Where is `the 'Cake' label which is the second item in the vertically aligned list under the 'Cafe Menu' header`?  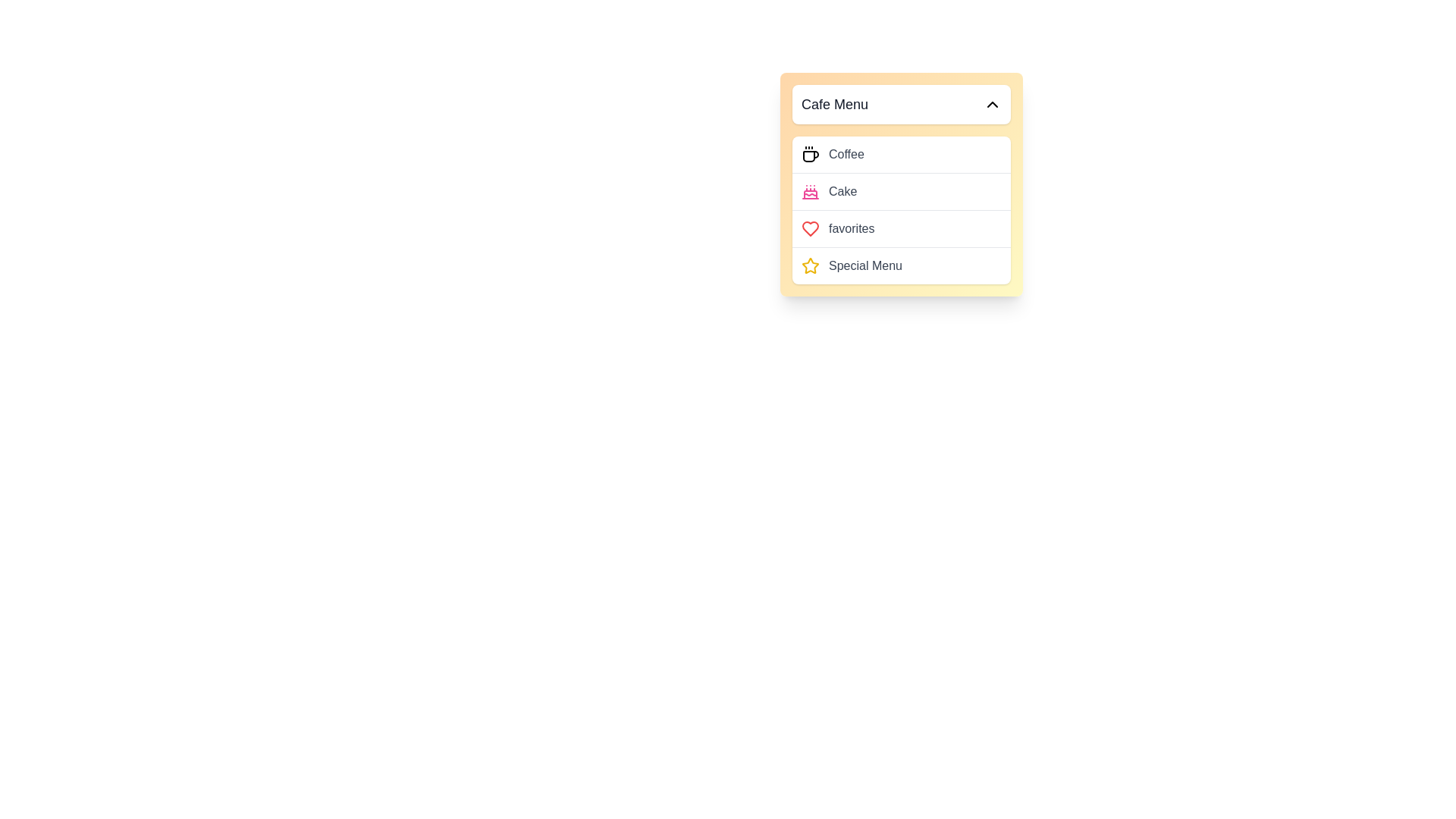
the 'Cake' label which is the second item in the vertically aligned list under the 'Cafe Menu' header is located at coordinates (842, 191).